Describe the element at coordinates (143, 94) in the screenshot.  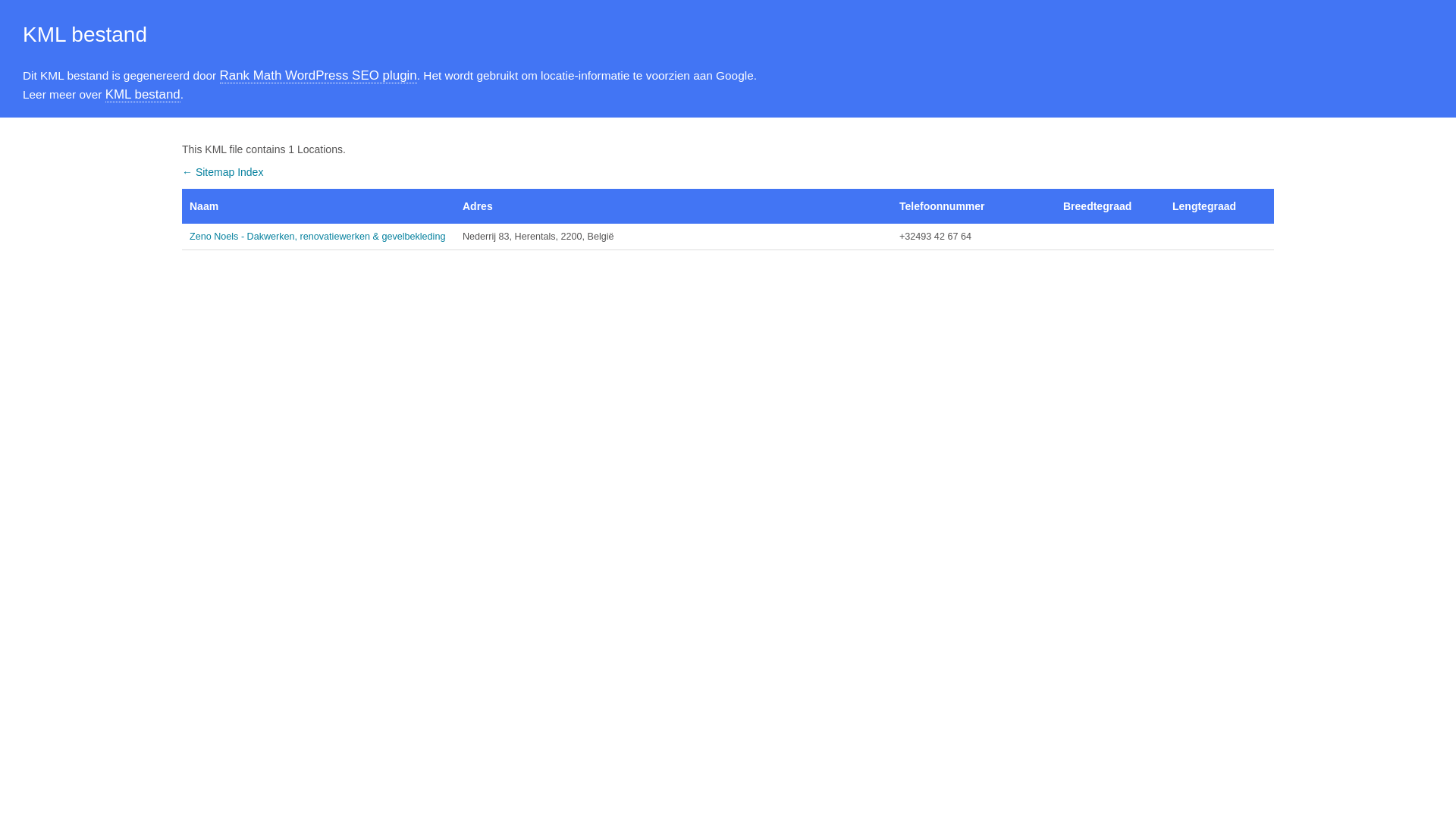
I see `'KML bestand'` at that location.